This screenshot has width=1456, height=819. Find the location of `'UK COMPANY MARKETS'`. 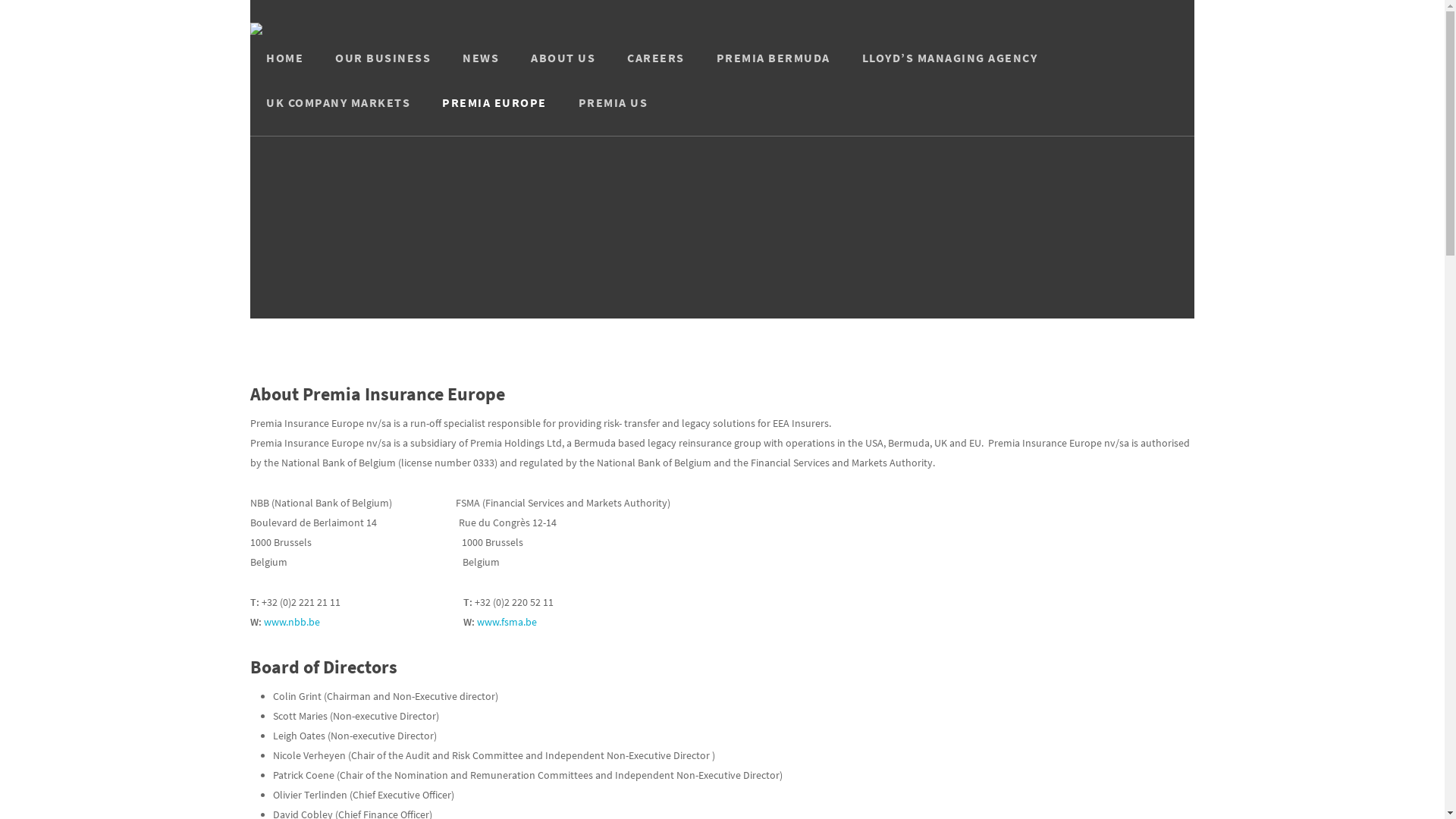

'UK COMPANY MARKETS' is located at coordinates (337, 113).